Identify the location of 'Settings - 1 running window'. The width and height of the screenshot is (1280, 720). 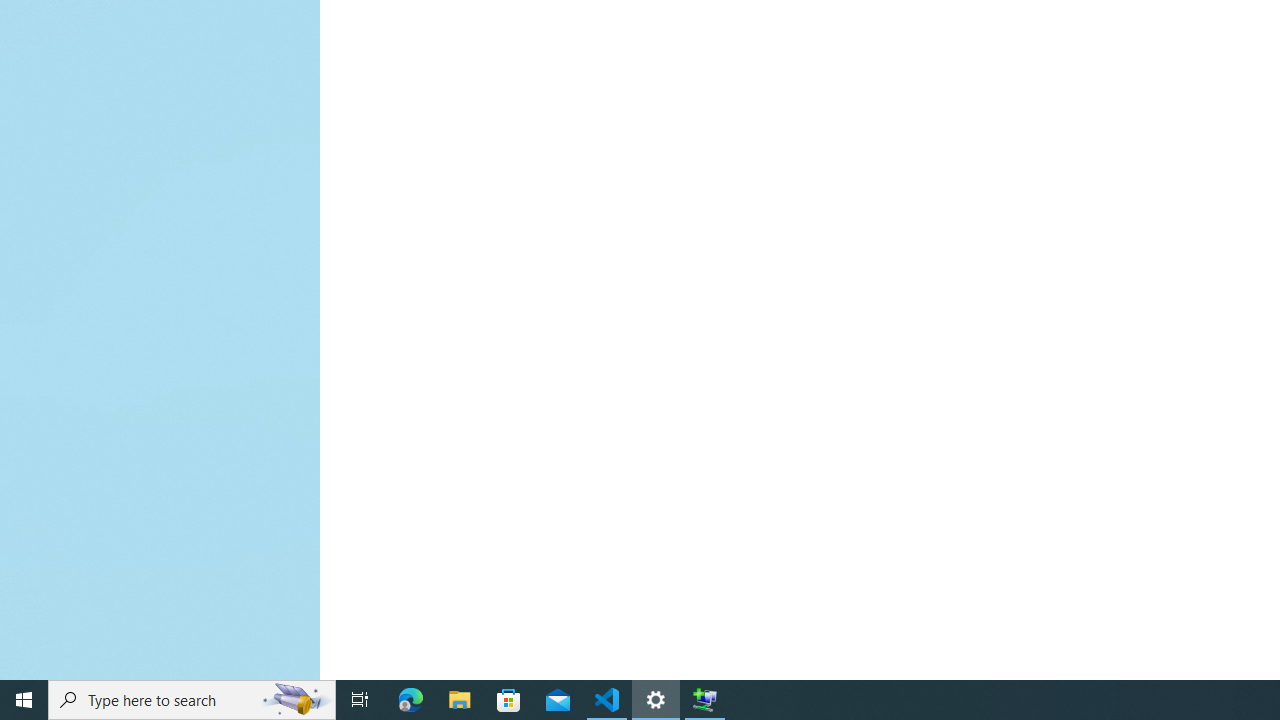
(656, 698).